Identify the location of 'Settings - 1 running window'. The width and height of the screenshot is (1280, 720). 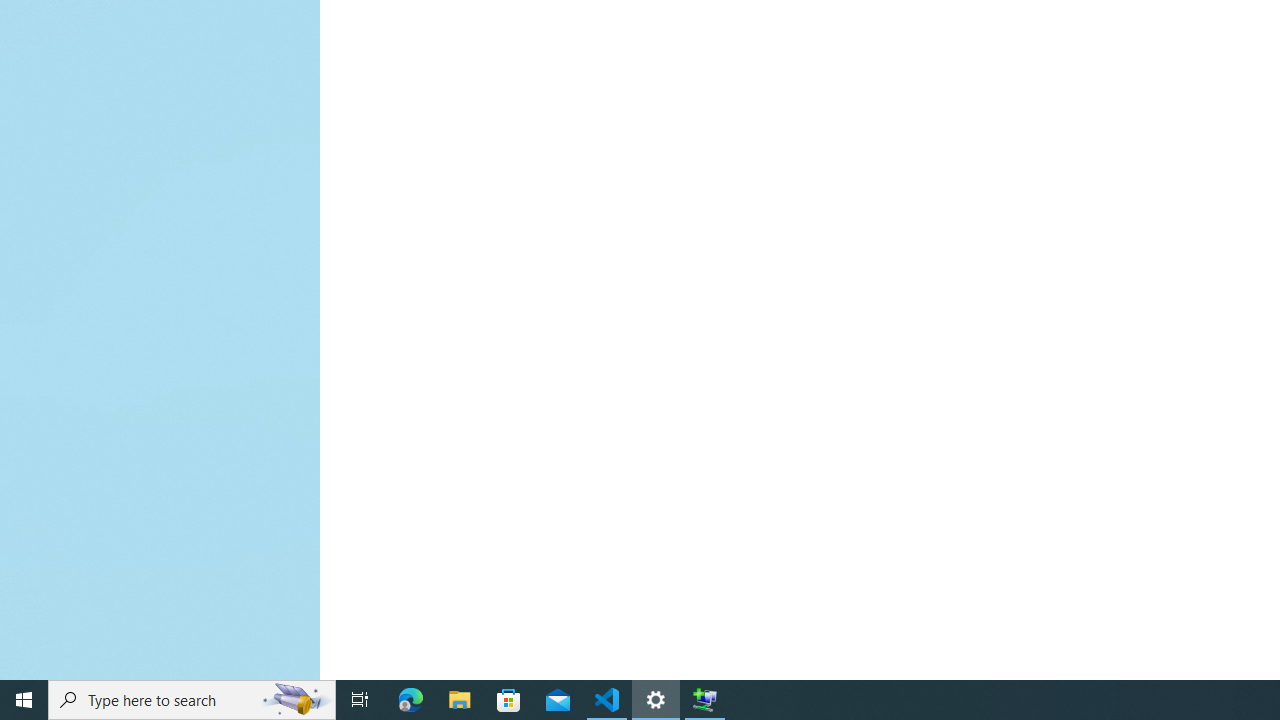
(656, 698).